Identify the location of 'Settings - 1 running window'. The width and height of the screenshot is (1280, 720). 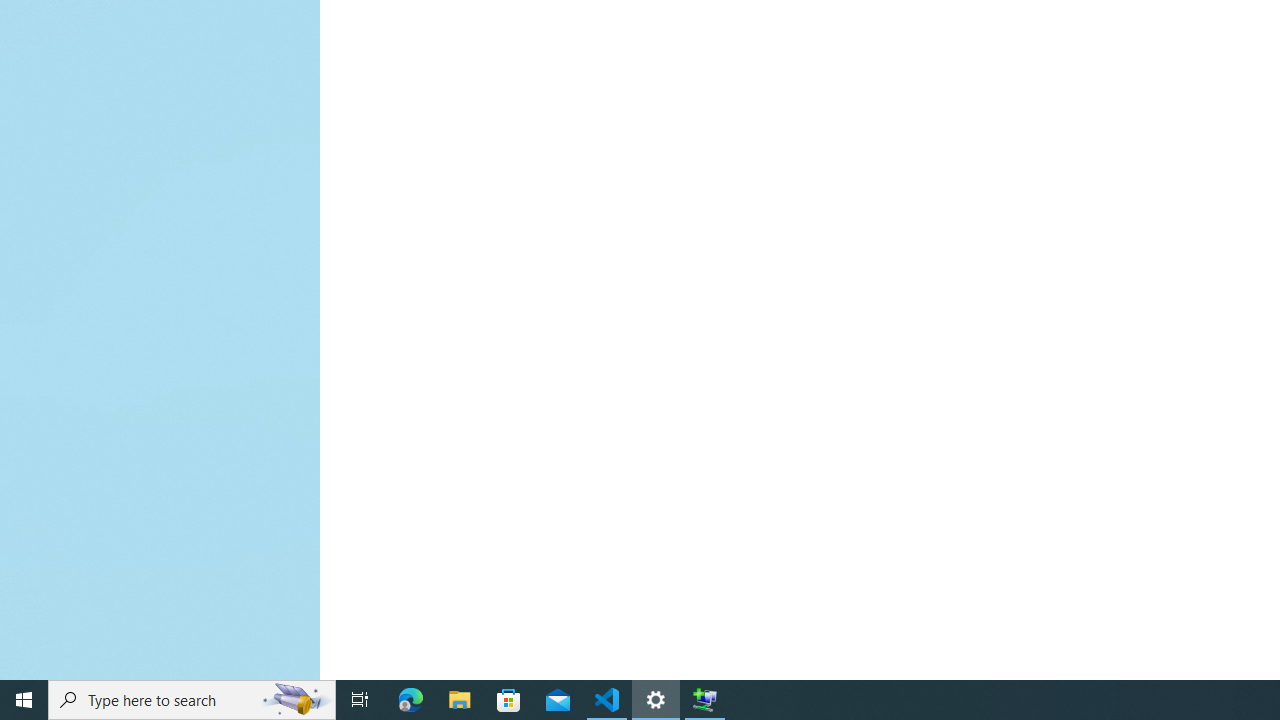
(656, 698).